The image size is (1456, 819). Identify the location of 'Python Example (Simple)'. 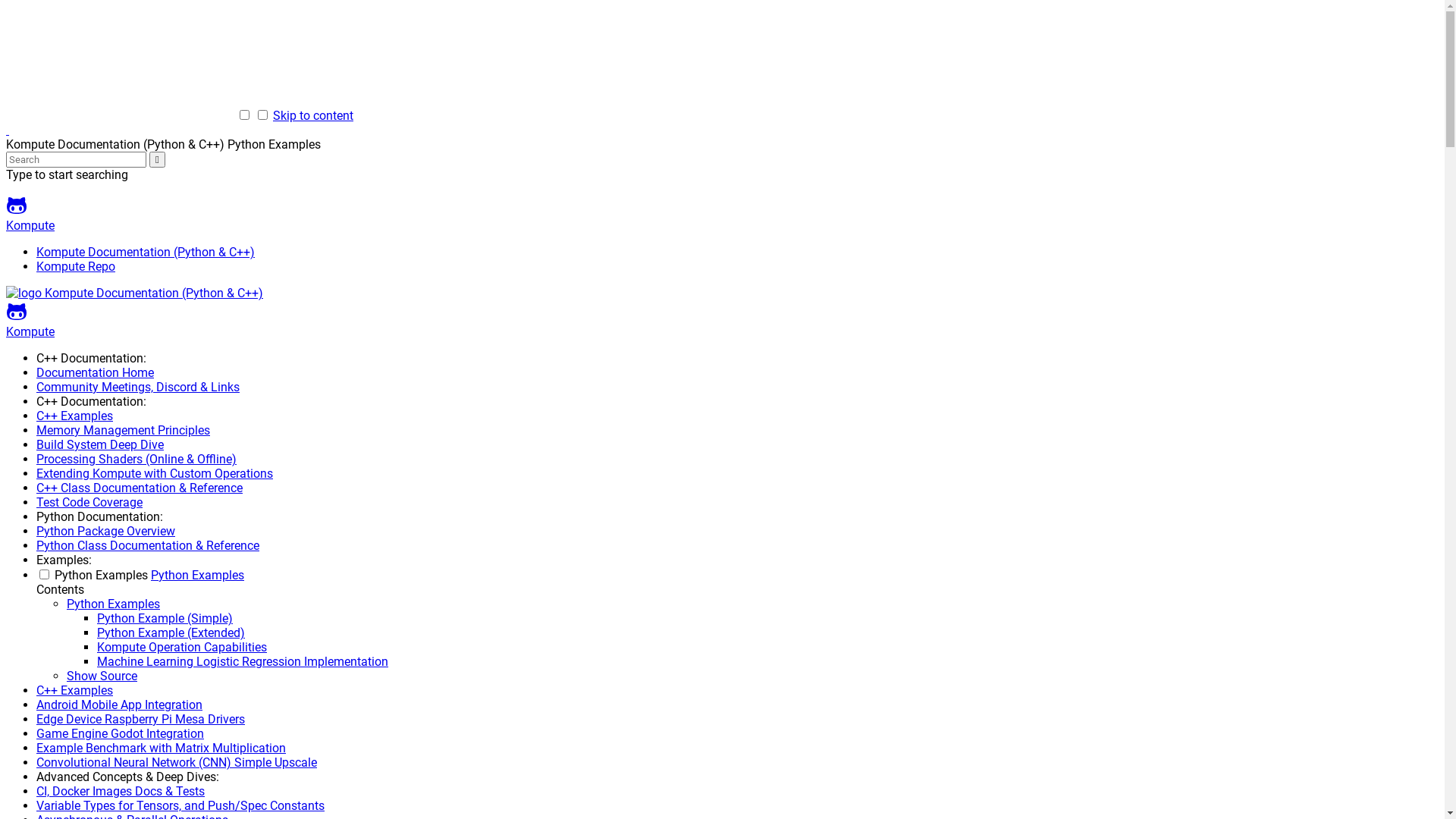
(165, 618).